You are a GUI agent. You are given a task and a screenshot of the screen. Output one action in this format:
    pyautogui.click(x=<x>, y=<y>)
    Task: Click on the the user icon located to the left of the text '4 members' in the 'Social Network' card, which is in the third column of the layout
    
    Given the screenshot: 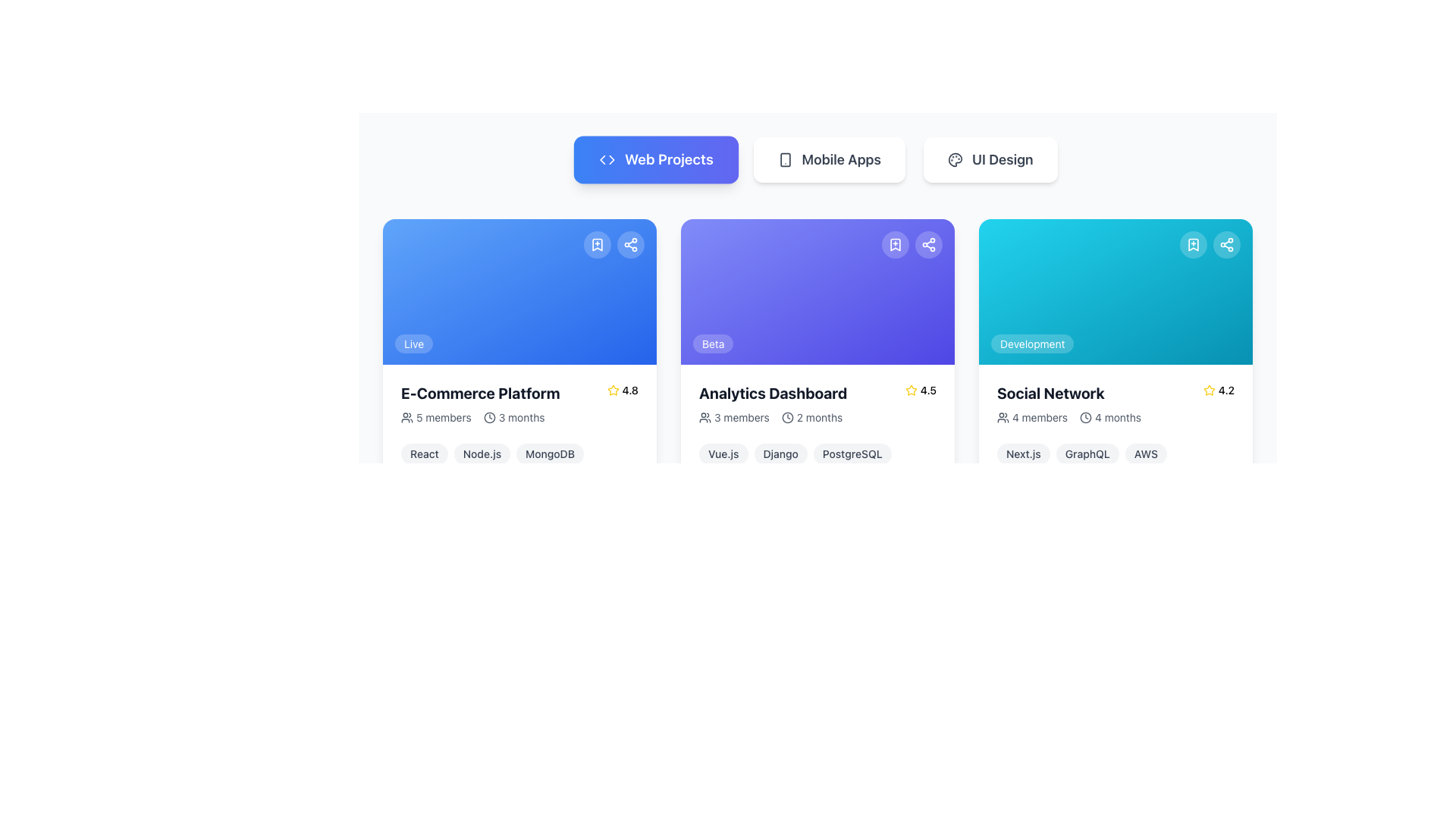 What is the action you would take?
    pyautogui.click(x=1003, y=418)
    